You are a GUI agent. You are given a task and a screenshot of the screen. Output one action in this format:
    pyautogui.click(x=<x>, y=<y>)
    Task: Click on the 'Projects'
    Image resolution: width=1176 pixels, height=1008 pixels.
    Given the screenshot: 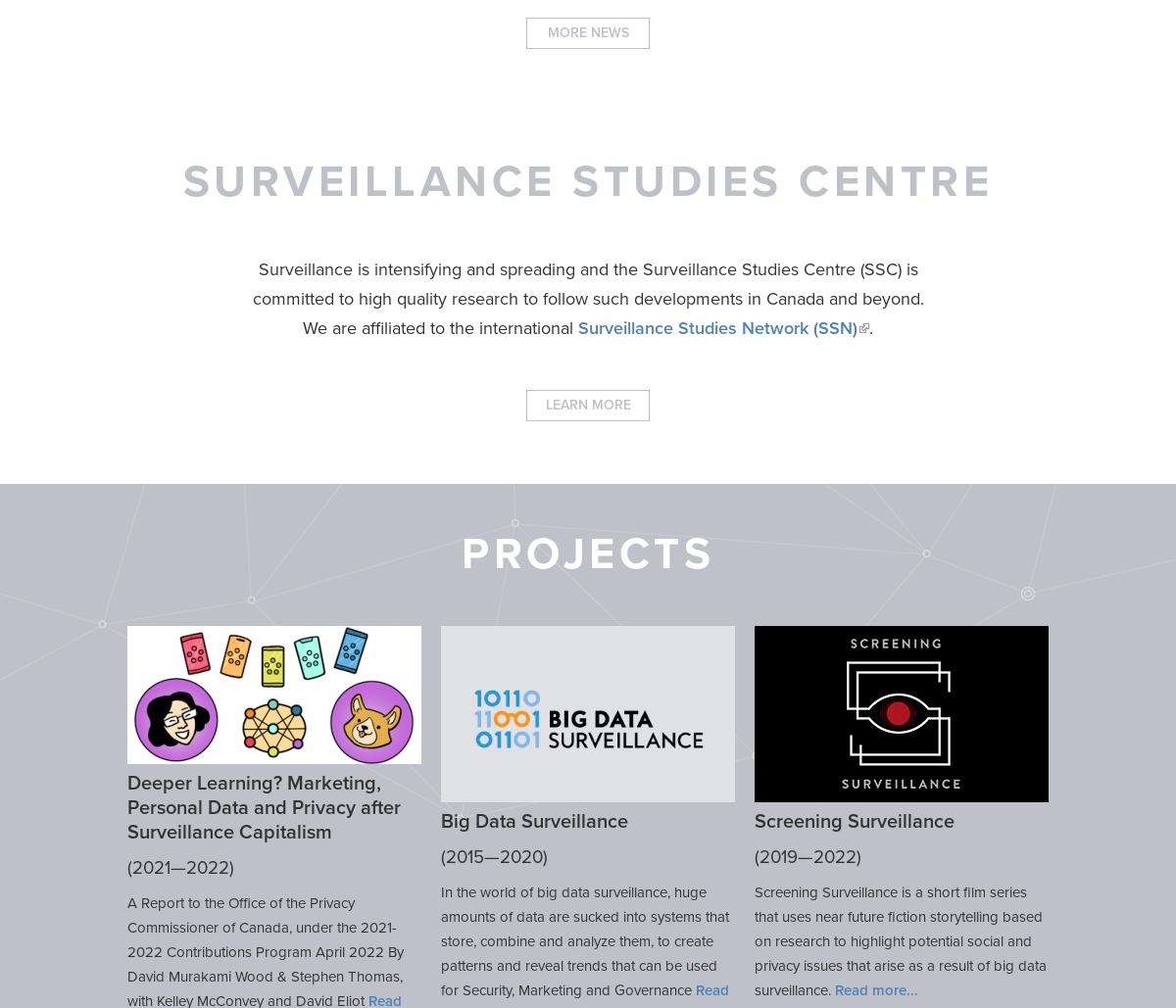 What is the action you would take?
    pyautogui.click(x=588, y=552)
    